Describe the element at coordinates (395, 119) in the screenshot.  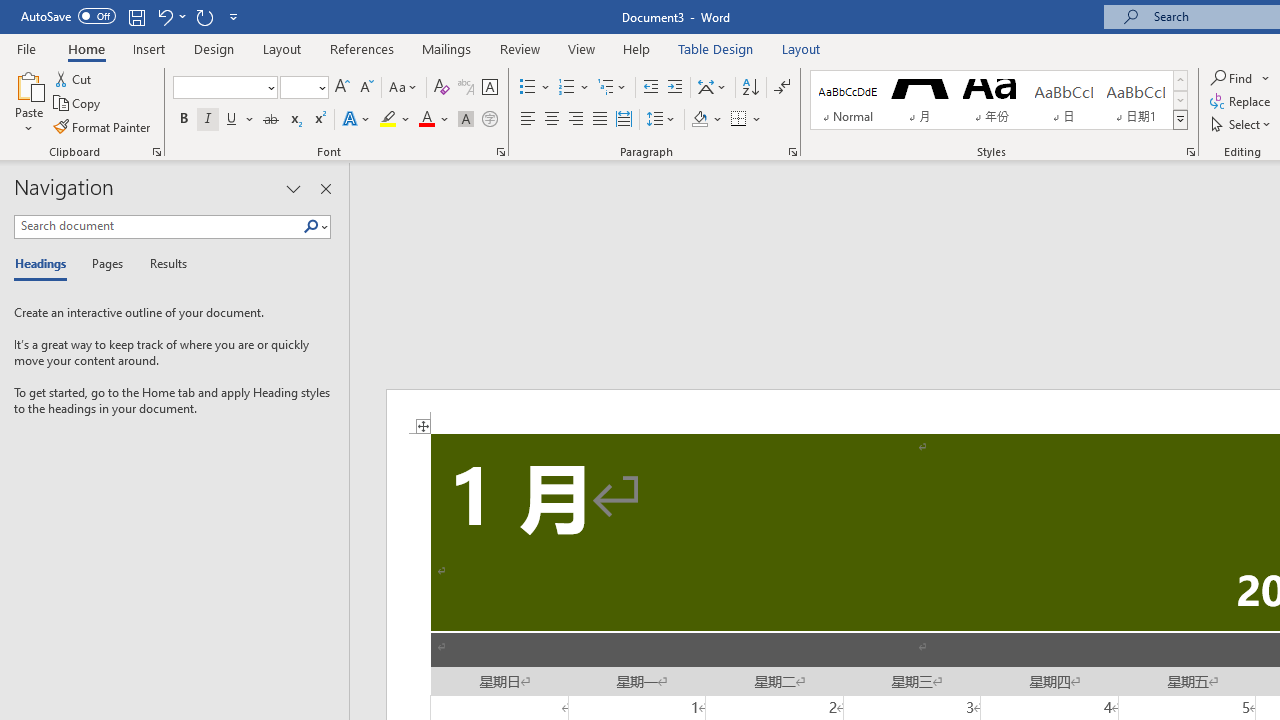
I see `'Text Highlight Color'` at that location.